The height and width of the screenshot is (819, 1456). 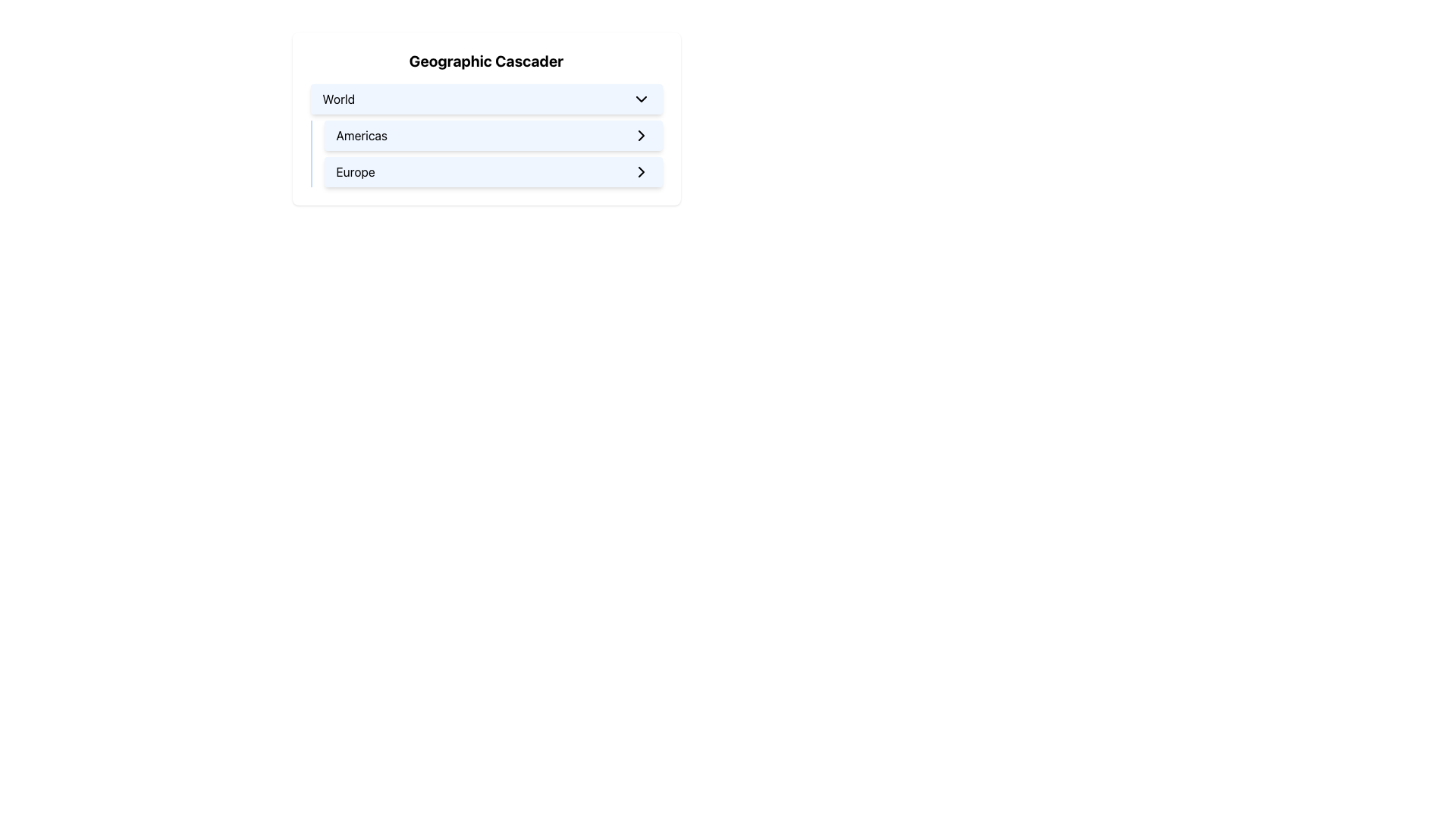 What do you see at coordinates (486, 61) in the screenshot?
I see `label of the Text Display element, which serves as the title or heading for the section above the cascading buttons labeled 'World', 'Americas', and 'Europe'` at bounding box center [486, 61].